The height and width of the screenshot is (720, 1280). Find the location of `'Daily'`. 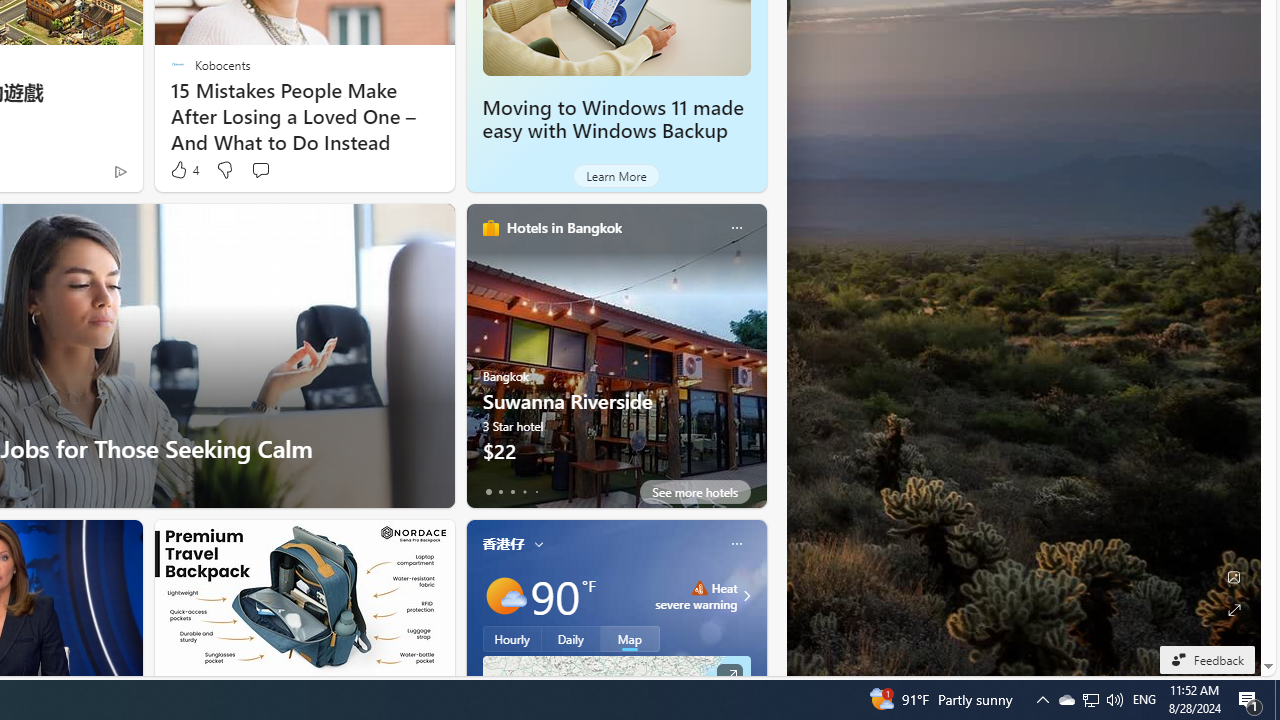

'Daily' is located at coordinates (570, 639).